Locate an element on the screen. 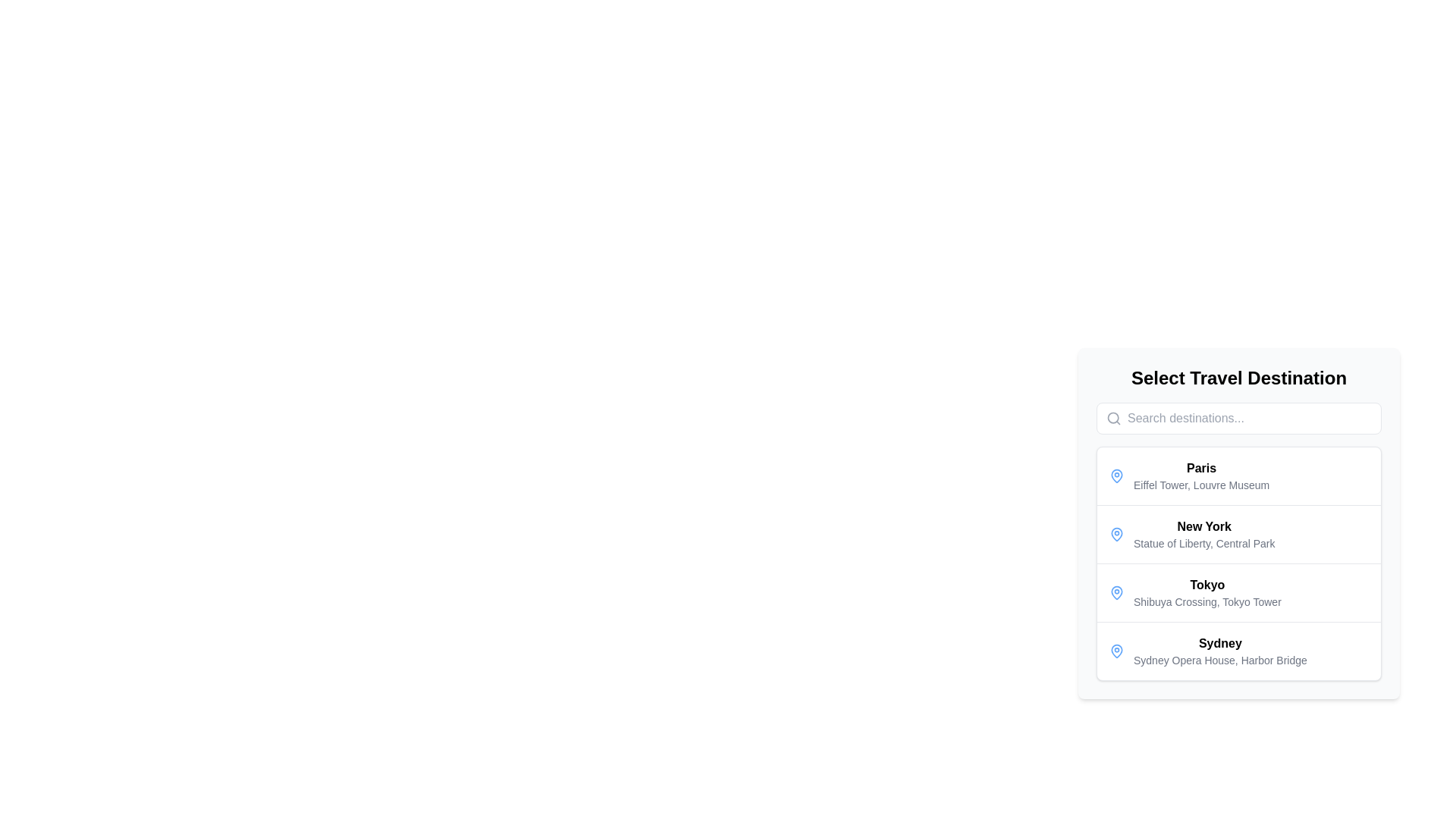  bold-text label displaying 'Paris' located at the top of the Paris entry in the travel destinations list is located at coordinates (1200, 467).